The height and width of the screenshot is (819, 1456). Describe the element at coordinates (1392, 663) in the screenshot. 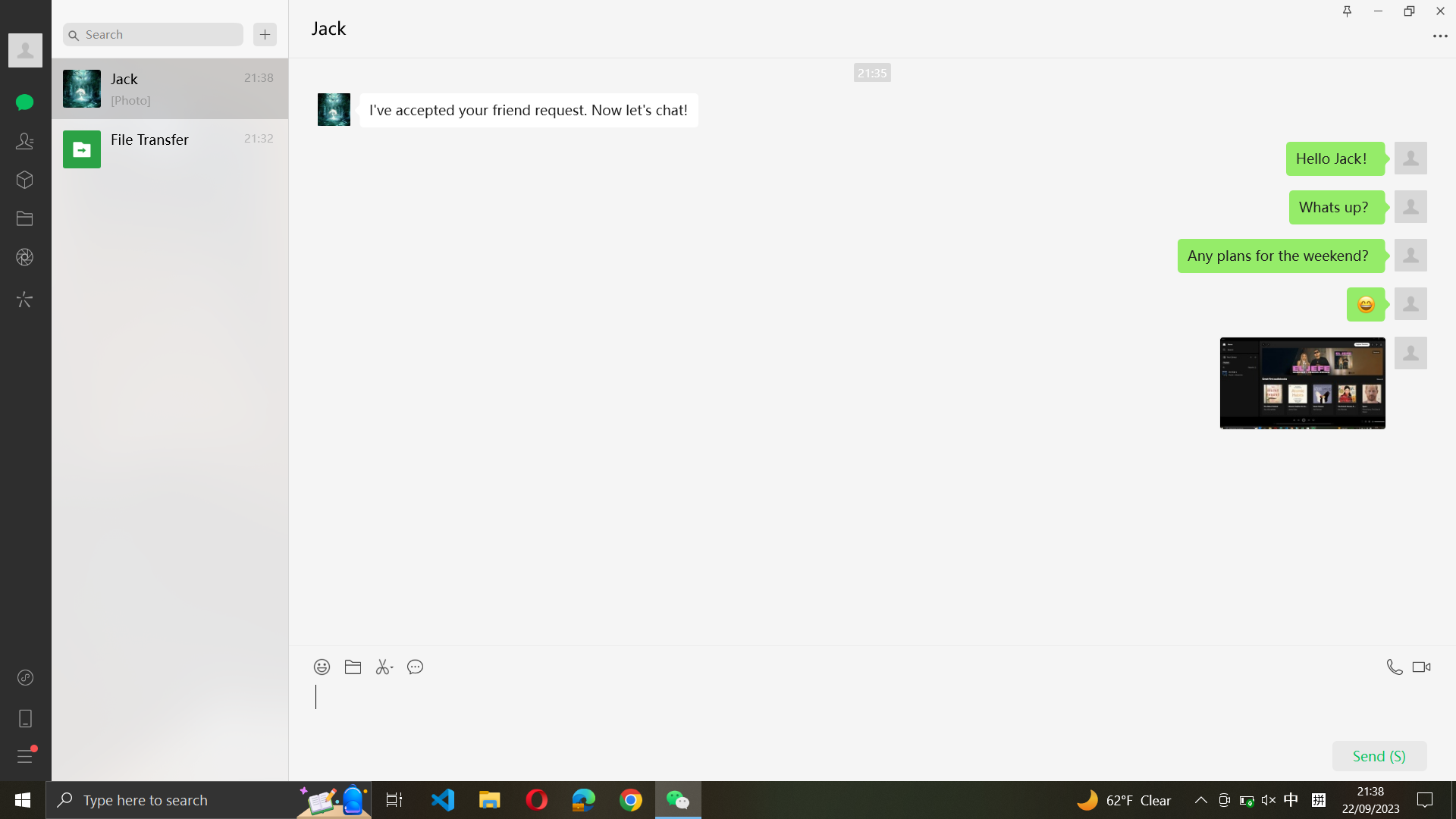

I see `a voice call to Jack` at that location.